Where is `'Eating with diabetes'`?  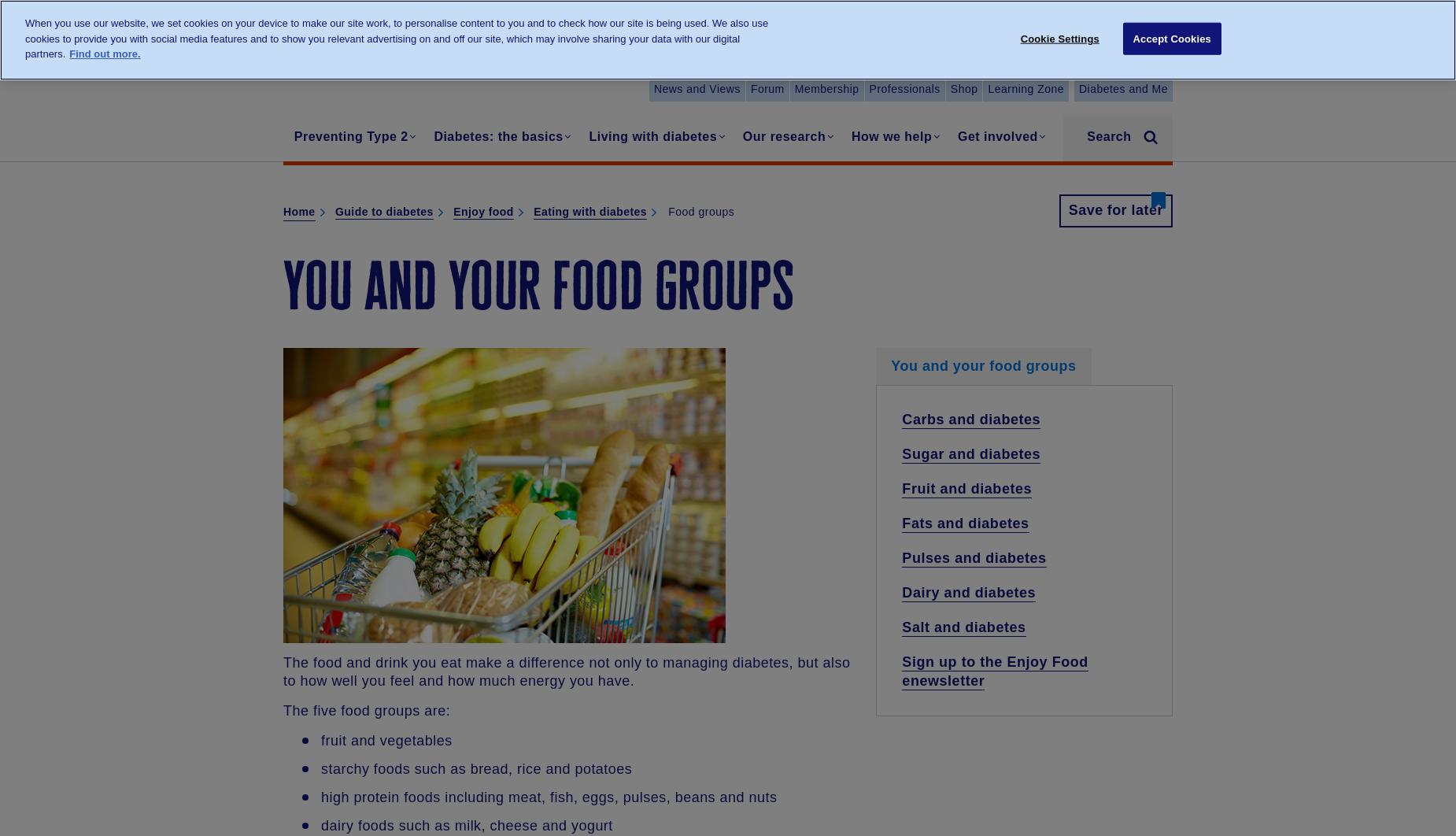 'Eating with diabetes' is located at coordinates (589, 211).